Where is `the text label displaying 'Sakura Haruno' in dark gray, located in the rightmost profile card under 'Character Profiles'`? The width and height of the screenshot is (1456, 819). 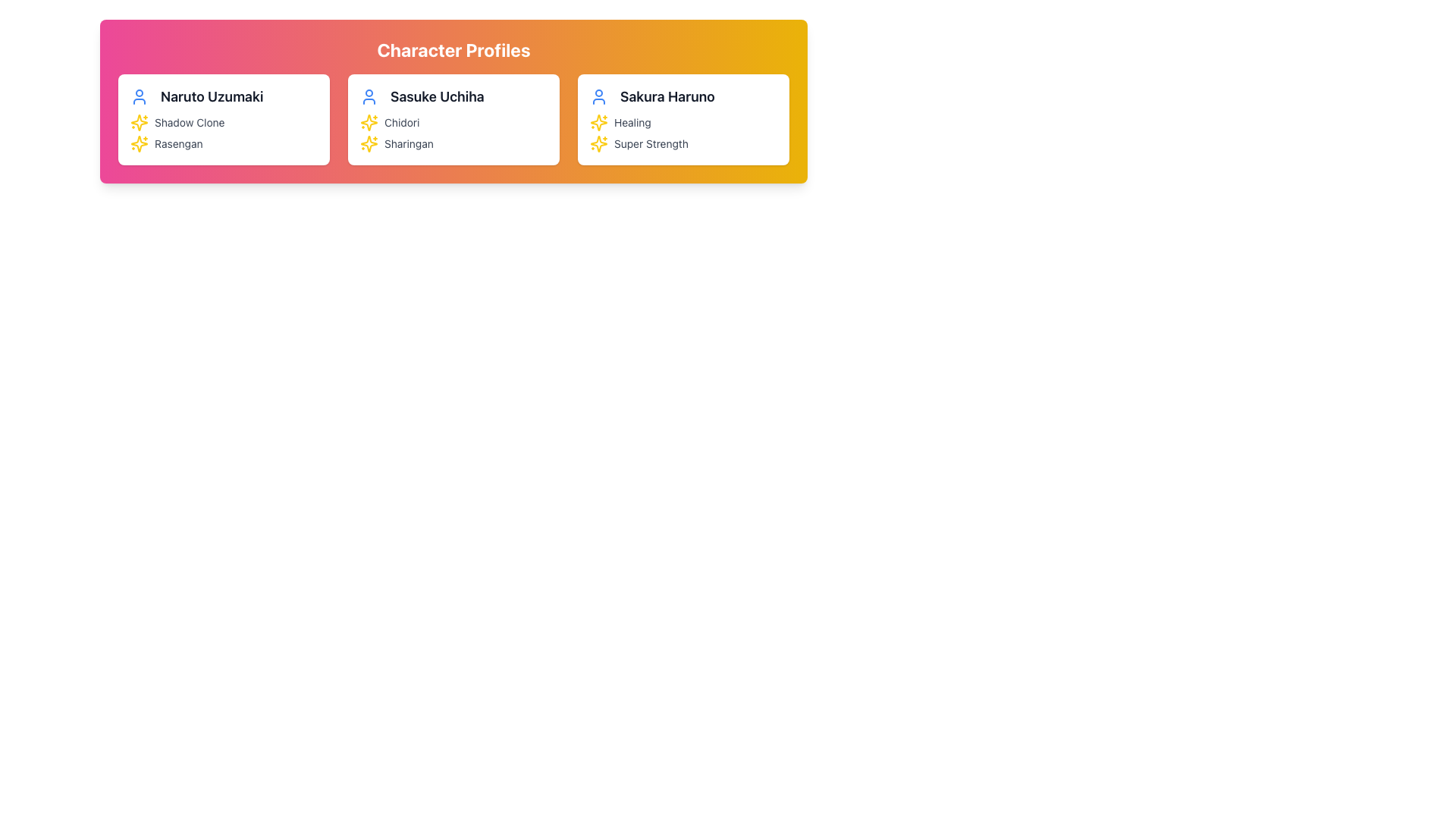 the text label displaying 'Sakura Haruno' in dark gray, located in the rightmost profile card under 'Character Profiles' is located at coordinates (667, 96).